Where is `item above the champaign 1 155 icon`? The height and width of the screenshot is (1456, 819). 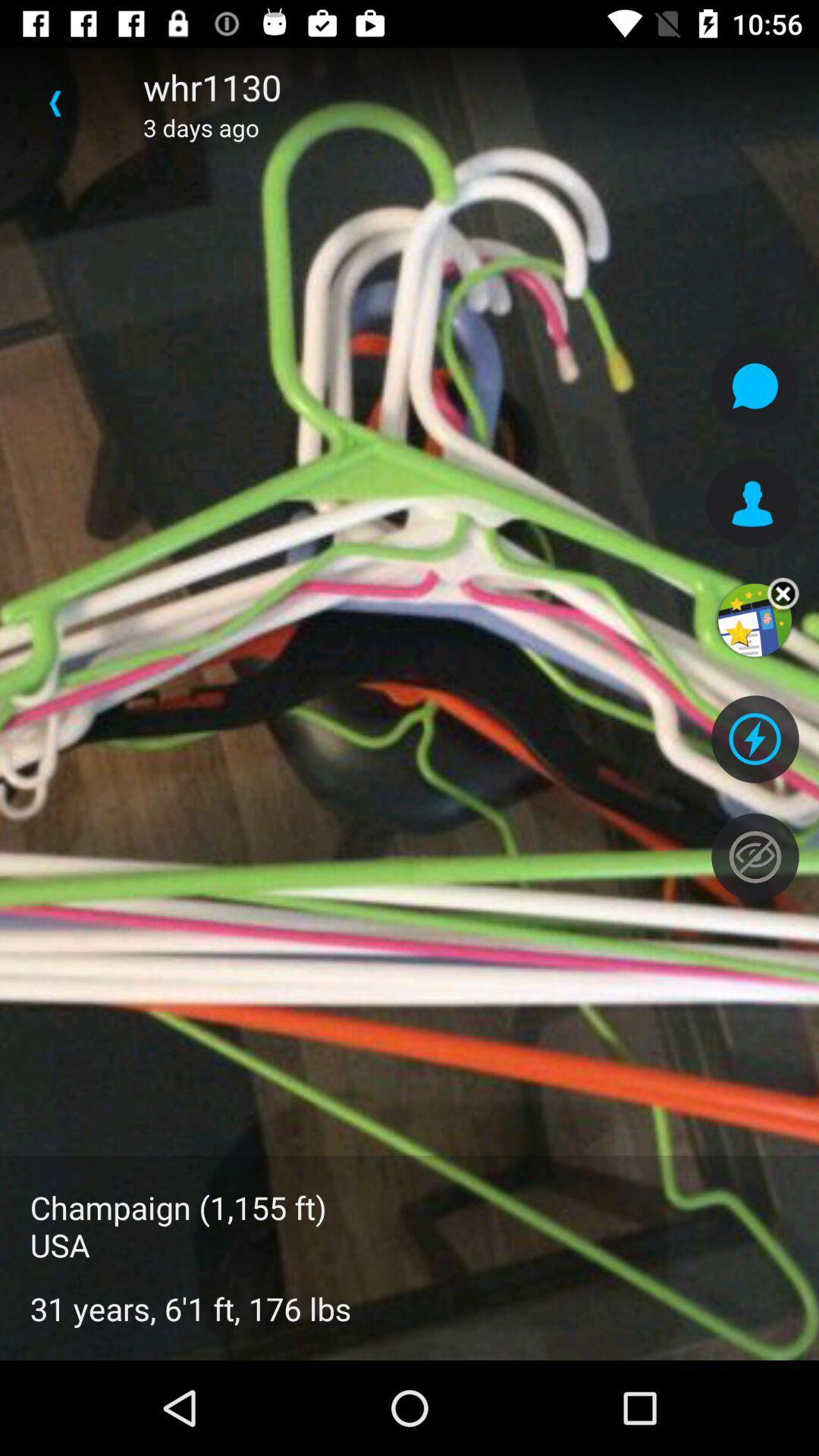 item above the champaign 1 155 icon is located at coordinates (55, 102).